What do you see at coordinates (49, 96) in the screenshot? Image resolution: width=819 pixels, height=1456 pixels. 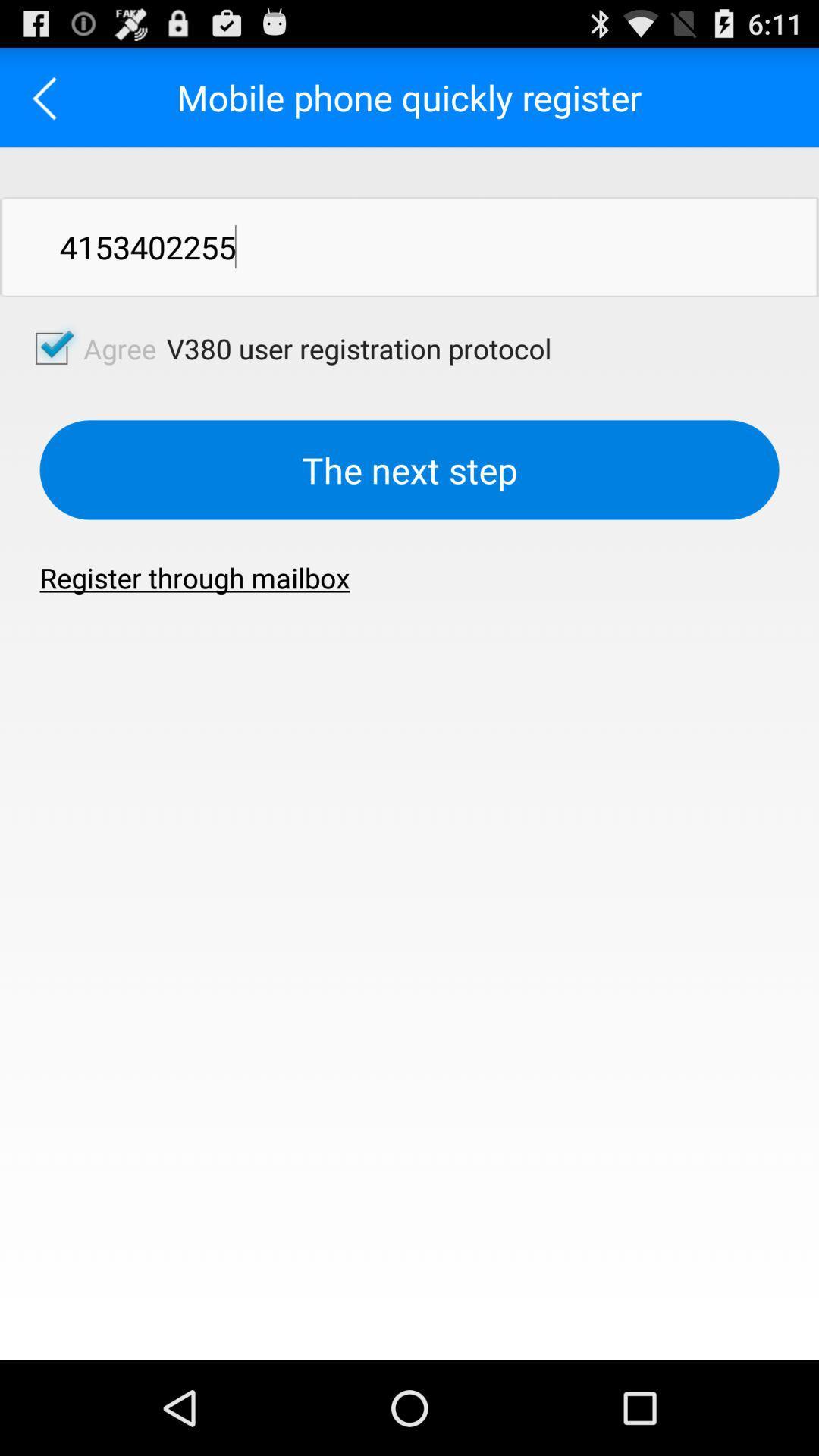 I see `previous` at bounding box center [49, 96].